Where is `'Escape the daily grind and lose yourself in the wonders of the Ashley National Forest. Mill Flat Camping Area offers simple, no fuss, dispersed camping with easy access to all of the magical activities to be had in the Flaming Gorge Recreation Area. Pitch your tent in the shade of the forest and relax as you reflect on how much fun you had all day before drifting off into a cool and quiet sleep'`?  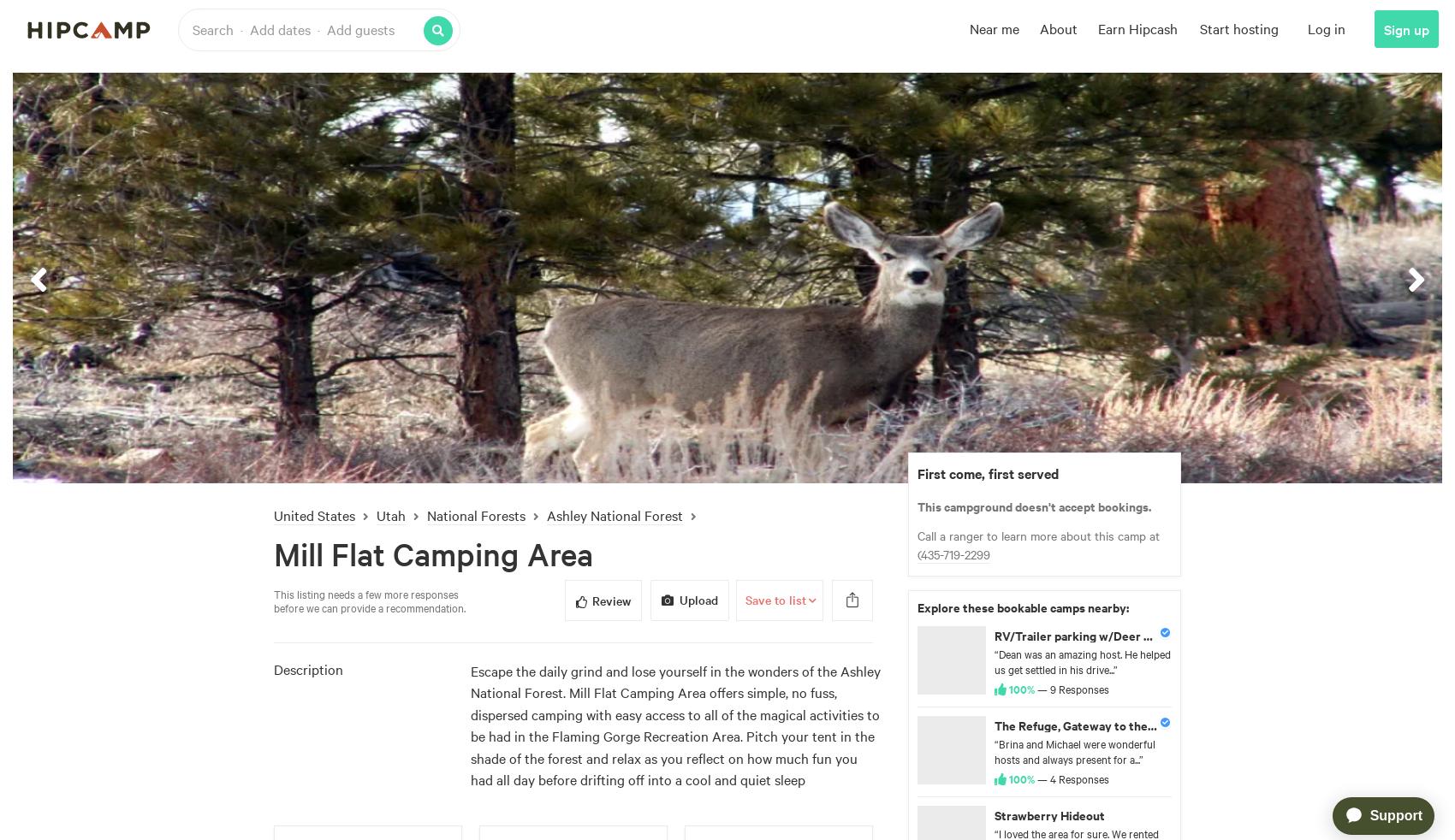 'Escape the daily grind and lose yourself in the wonders of the Ashley National Forest. Mill Flat Camping Area offers simple, no fuss, dispersed camping with easy access to all of the magical activities to be had in the Flaming Gorge Recreation Area. Pitch your tent in the shade of the forest and relax as you reflect on how much fun you had all day before drifting off into a cool and quiet sleep' is located at coordinates (674, 724).